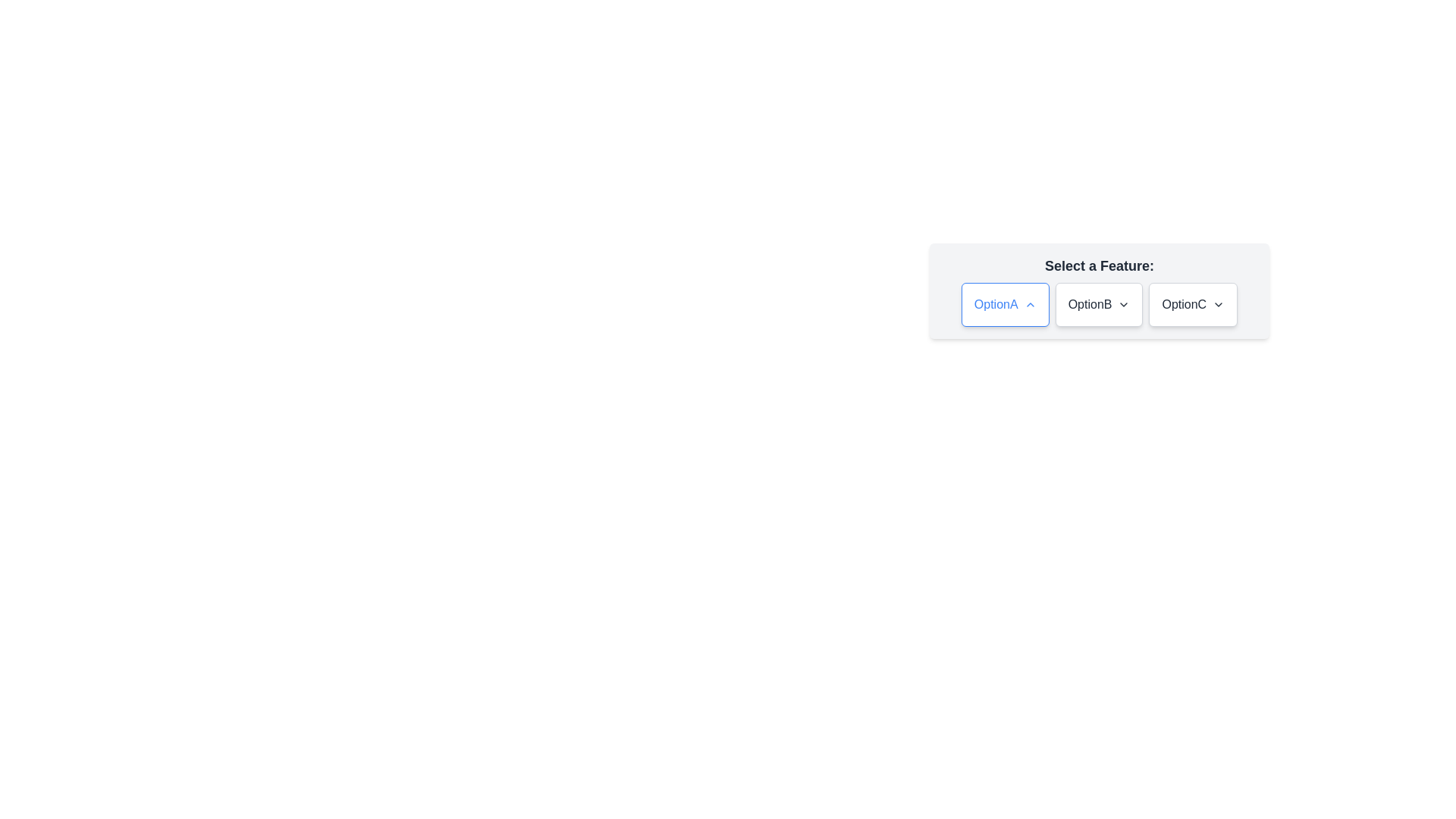 The height and width of the screenshot is (819, 1456). What do you see at coordinates (1183, 304) in the screenshot?
I see `label for the third selectable option, which is labeled 'OptionC' and is located to the far right in a horizontal layout of options` at bounding box center [1183, 304].